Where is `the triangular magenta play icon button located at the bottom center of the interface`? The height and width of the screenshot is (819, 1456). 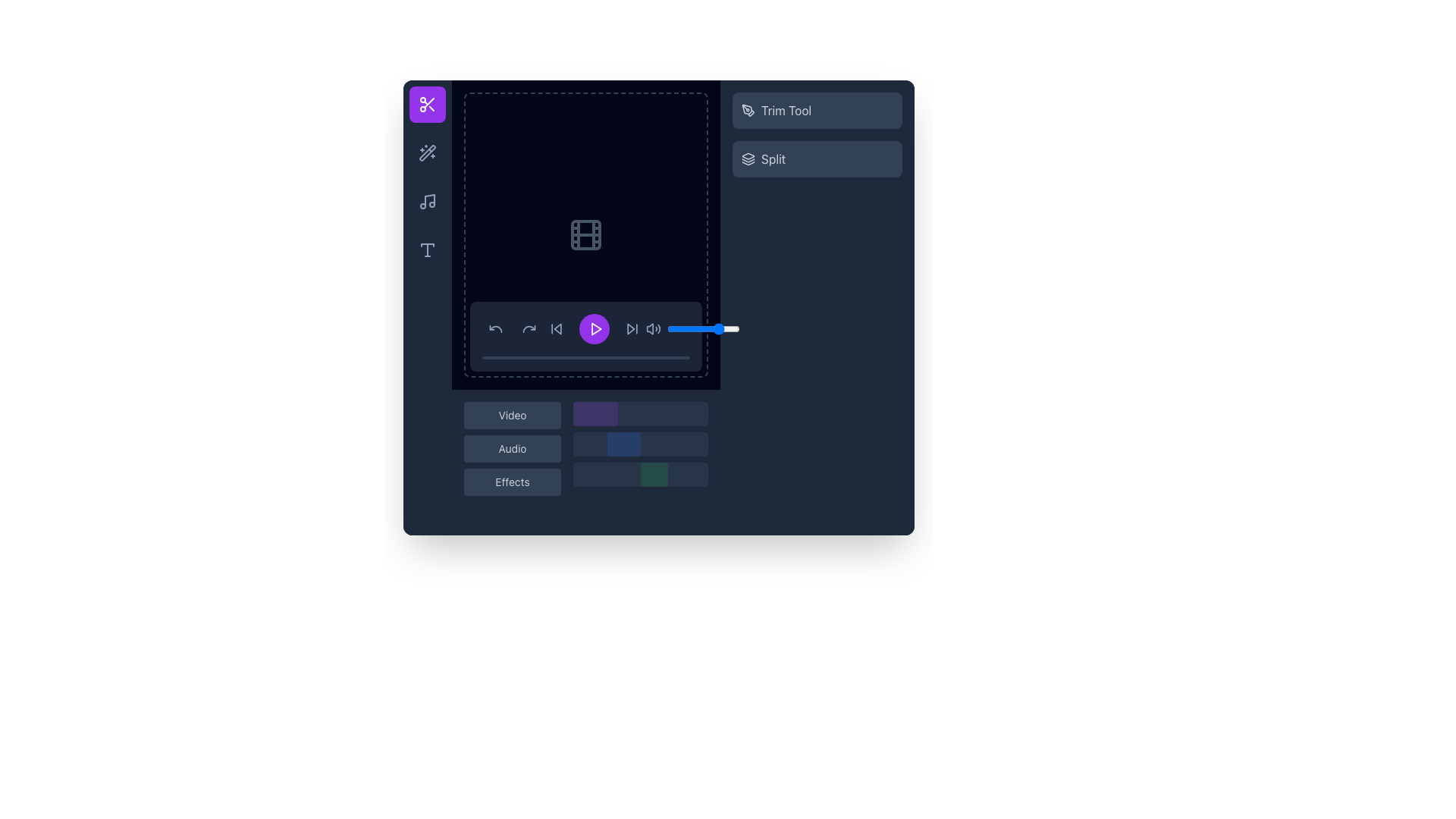 the triangular magenta play icon button located at the bottom center of the interface is located at coordinates (595, 328).